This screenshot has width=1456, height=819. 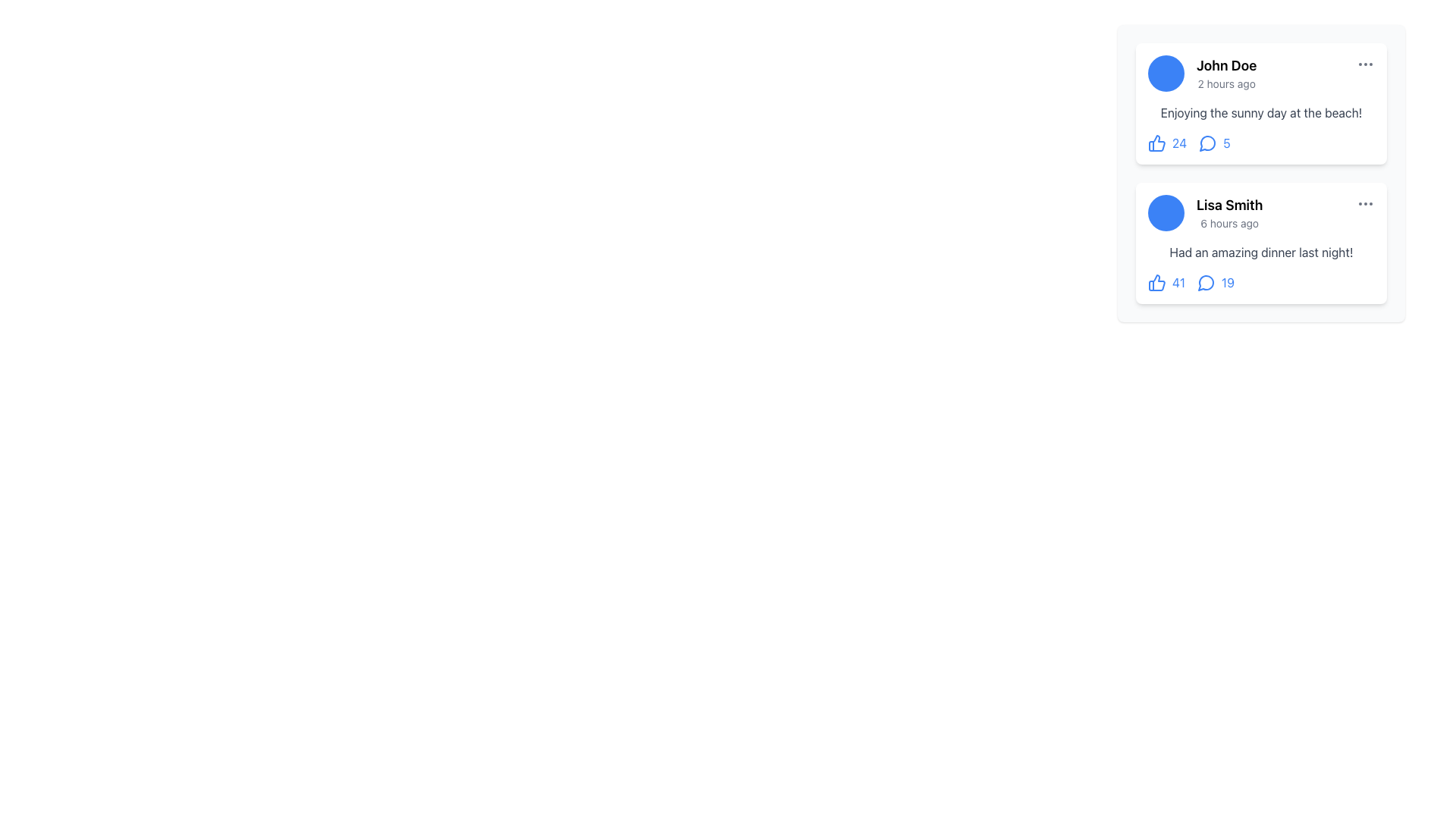 What do you see at coordinates (1204, 283) in the screenshot?
I see `the speech bubble icon button` at bounding box center [1204, 283].